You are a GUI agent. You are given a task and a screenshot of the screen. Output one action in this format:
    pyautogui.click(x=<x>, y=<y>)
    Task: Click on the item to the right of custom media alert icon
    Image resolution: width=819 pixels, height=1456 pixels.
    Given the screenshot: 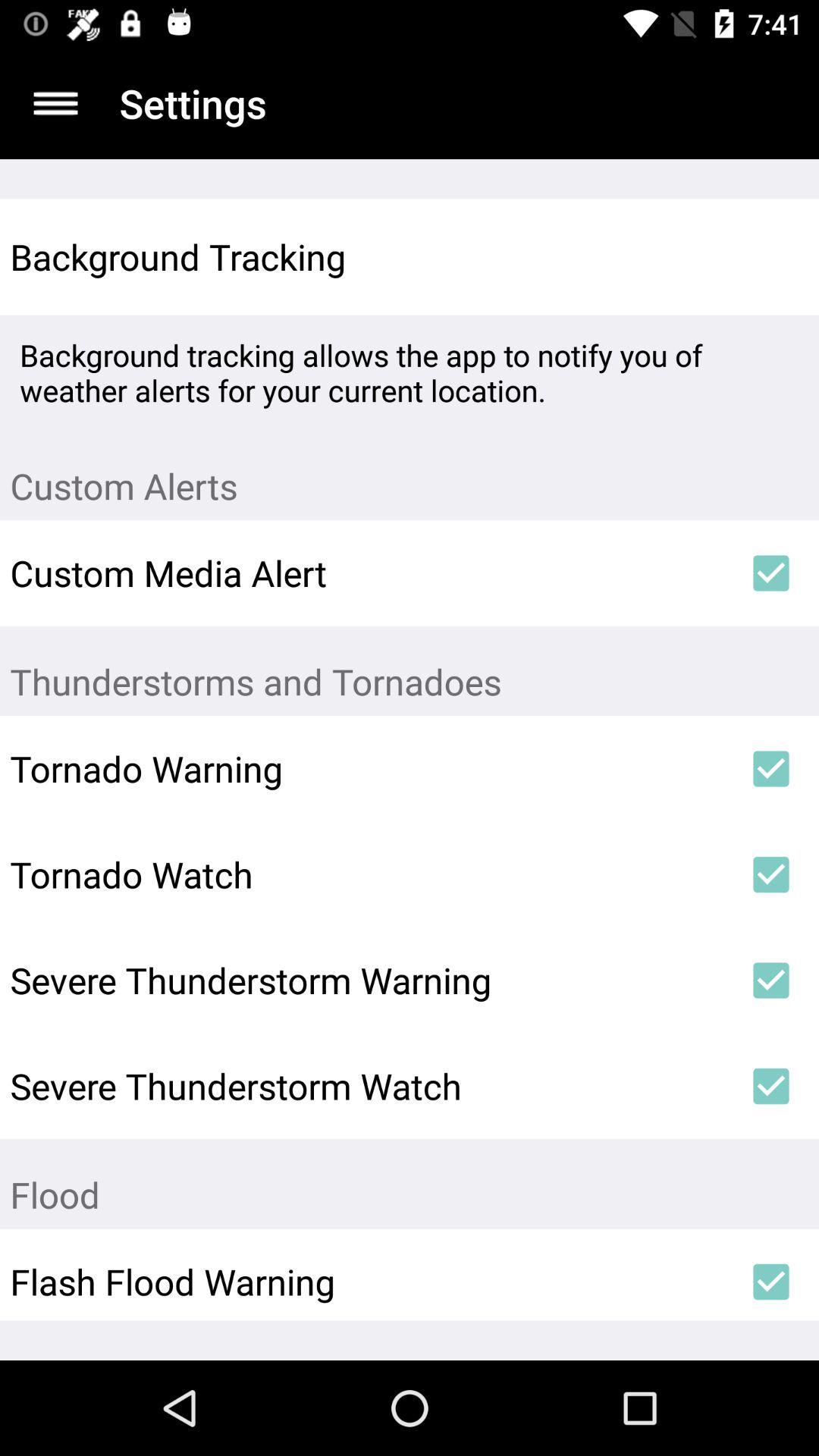 What is the action you would take?
    pyautogui.click(x=771, y=572)
    